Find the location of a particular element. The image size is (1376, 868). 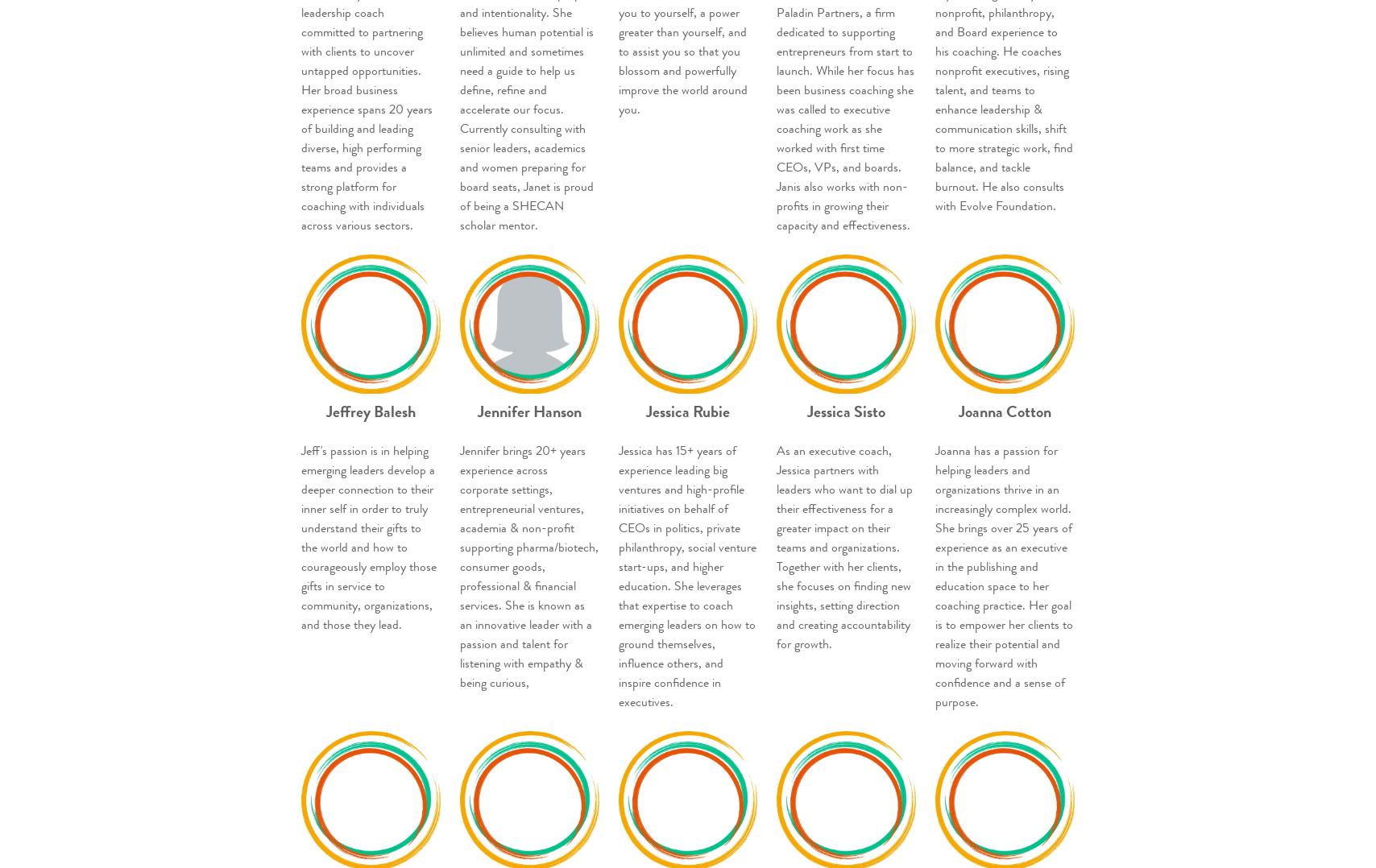

'As an executive coach, Jessica partners with leaders who want to dial up their effectiveness for a greater impact on their teams and organizations. Together with her clients, she focuses on finding new insights, setting direction and creating accountability for growth.' is located at coordinates (844, 547).